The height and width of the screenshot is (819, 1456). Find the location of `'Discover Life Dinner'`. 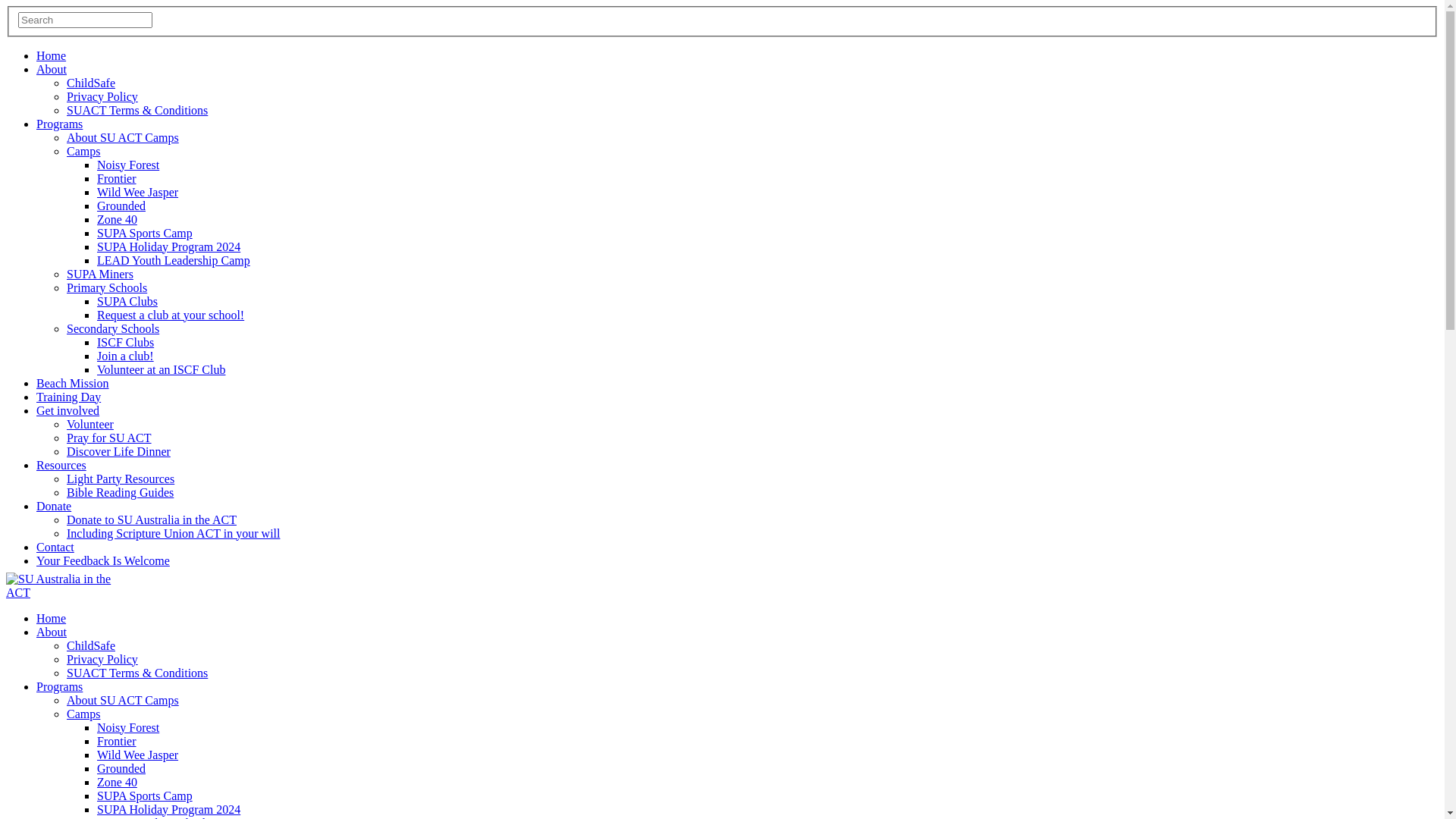

'Discover Life Dinner' is located at coordinates (118, 450).